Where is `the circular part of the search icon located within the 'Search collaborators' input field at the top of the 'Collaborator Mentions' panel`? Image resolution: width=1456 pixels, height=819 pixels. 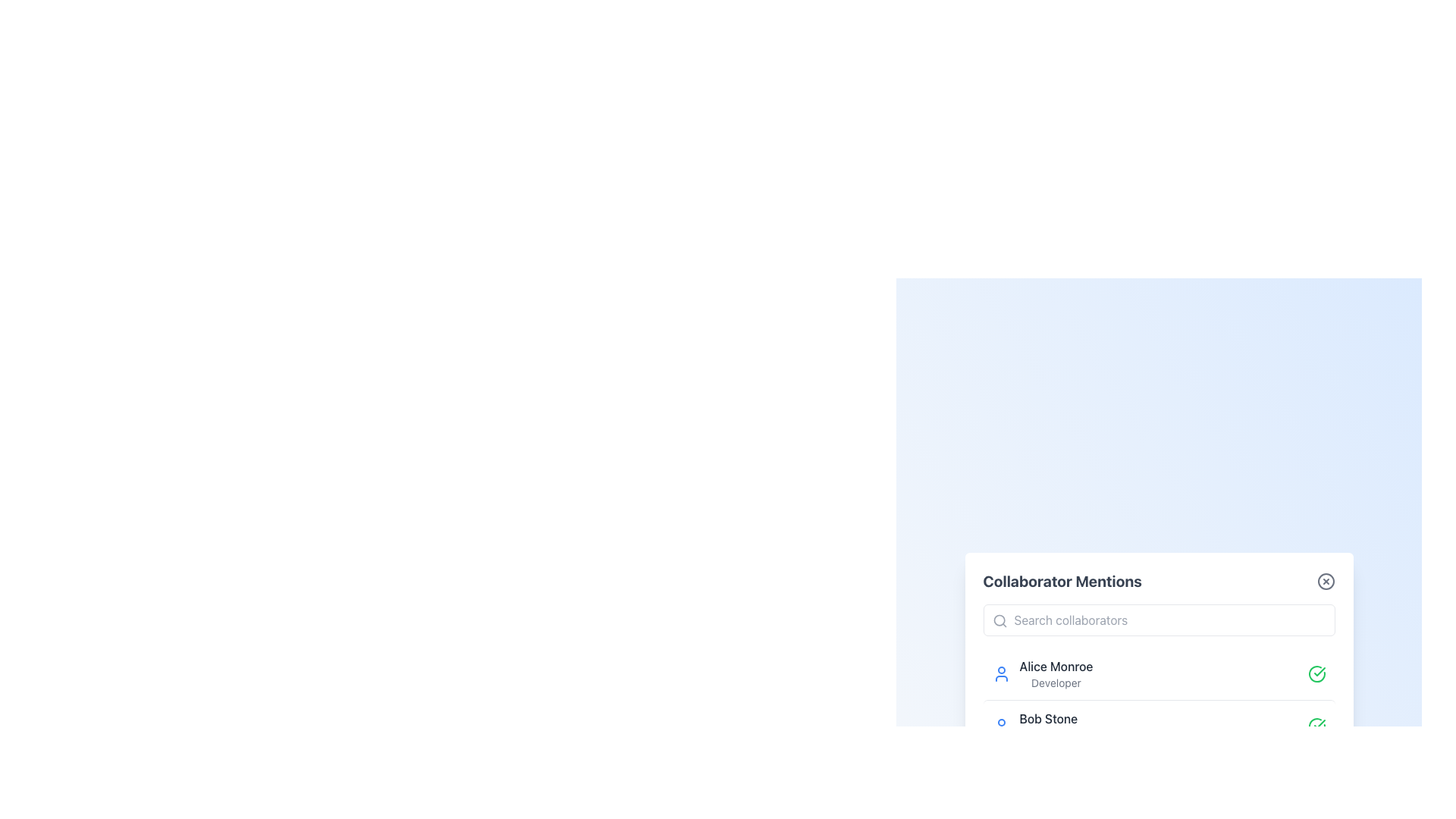 the circular part of the search icon located within the 'Search collaborators' input field at the top of the 'Collaborator Mentions' panel is located at coordinates (999, 620).